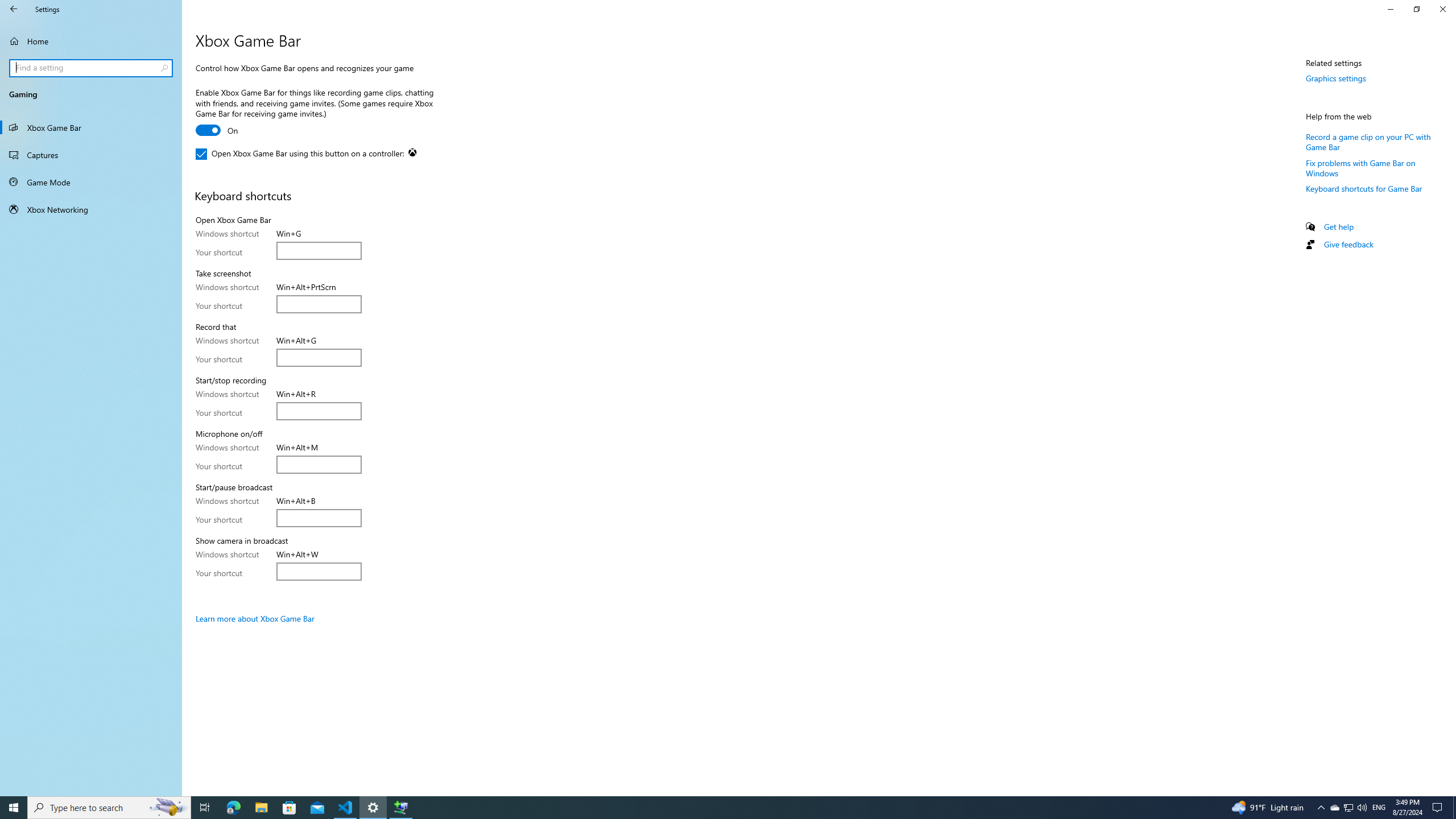  I want to click on 'Give feedback', so click(1347, 243).